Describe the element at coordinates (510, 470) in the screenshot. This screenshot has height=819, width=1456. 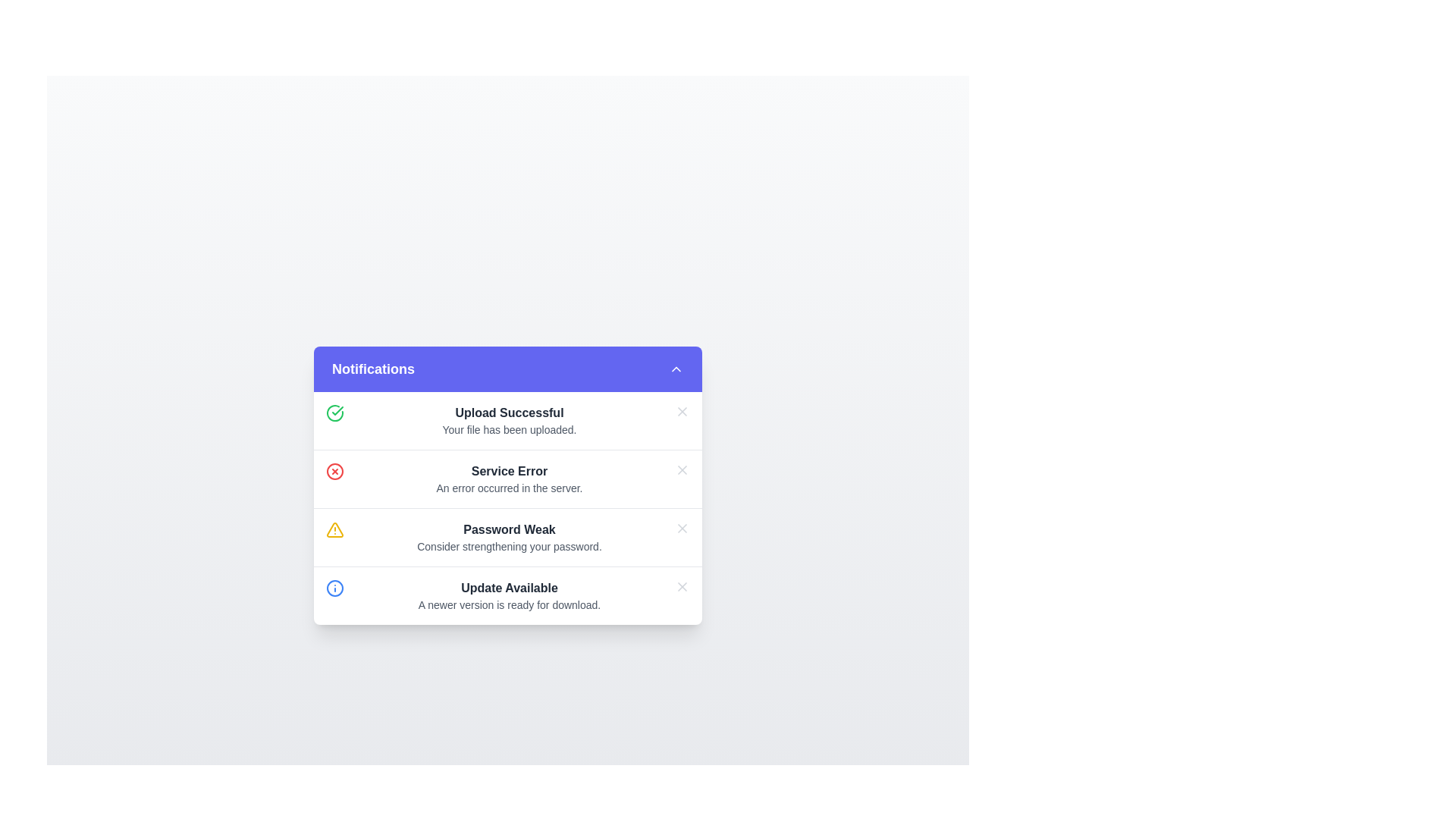
I see `the text label that serves` at that location.